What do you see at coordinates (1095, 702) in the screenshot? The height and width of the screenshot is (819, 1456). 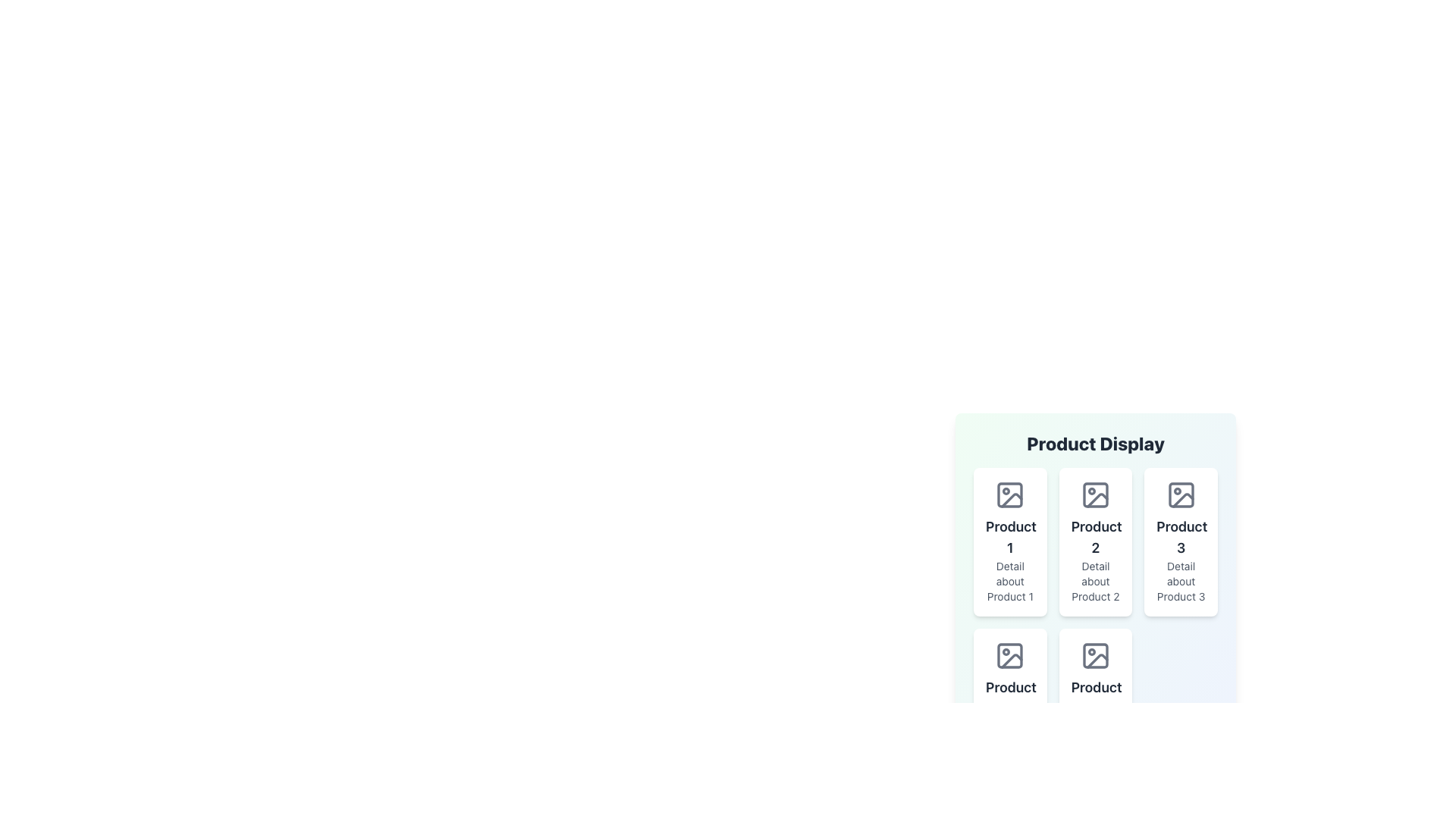 I see `the sub-elements of the Informational card for 'Product 5', which is located in the bottom-right corner of the grid layout` at bounding box center [1095, 702].